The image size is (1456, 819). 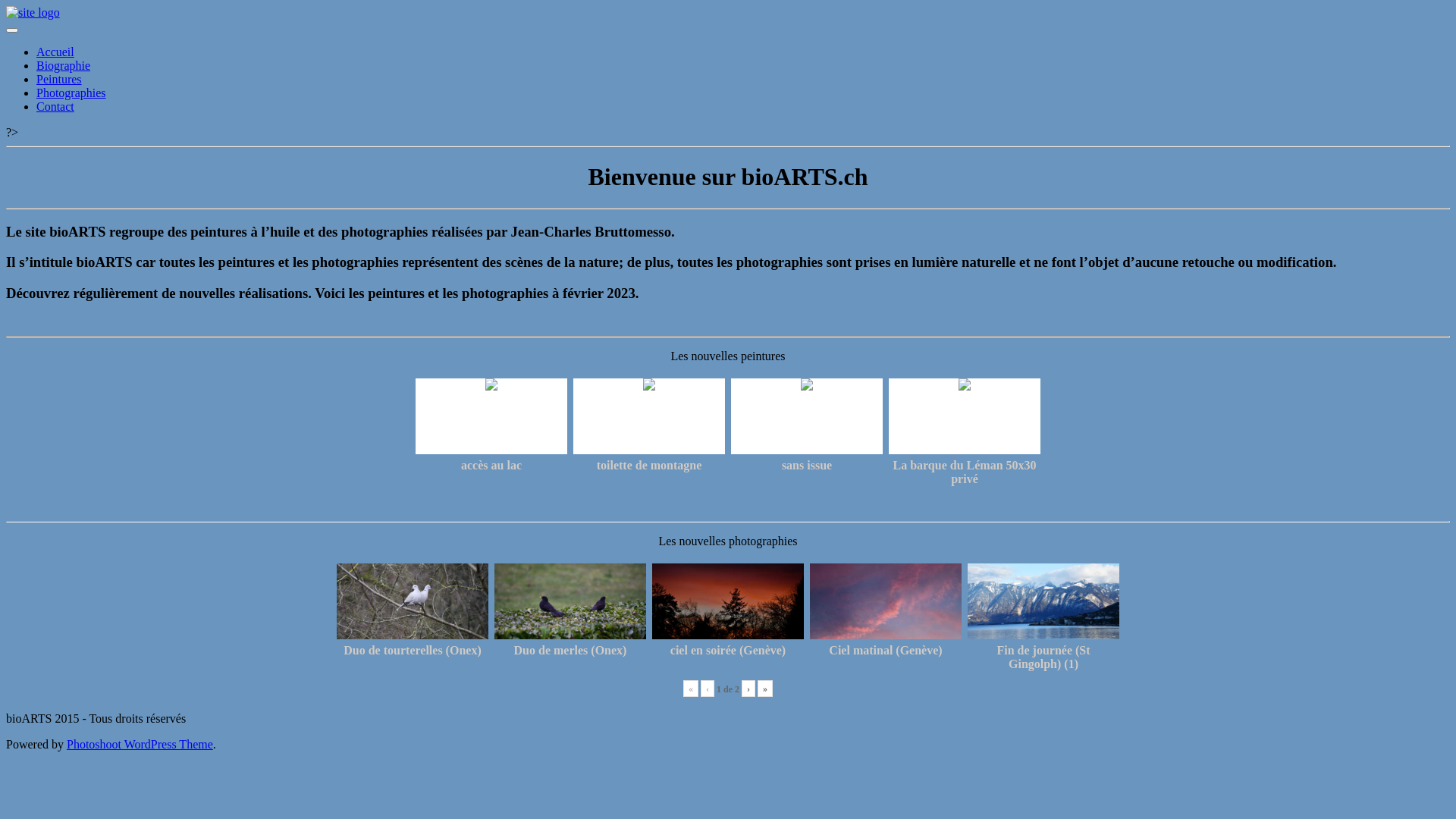 I want to click on 'Photoshoot WordPress Theme', so click(x=140, y=743).